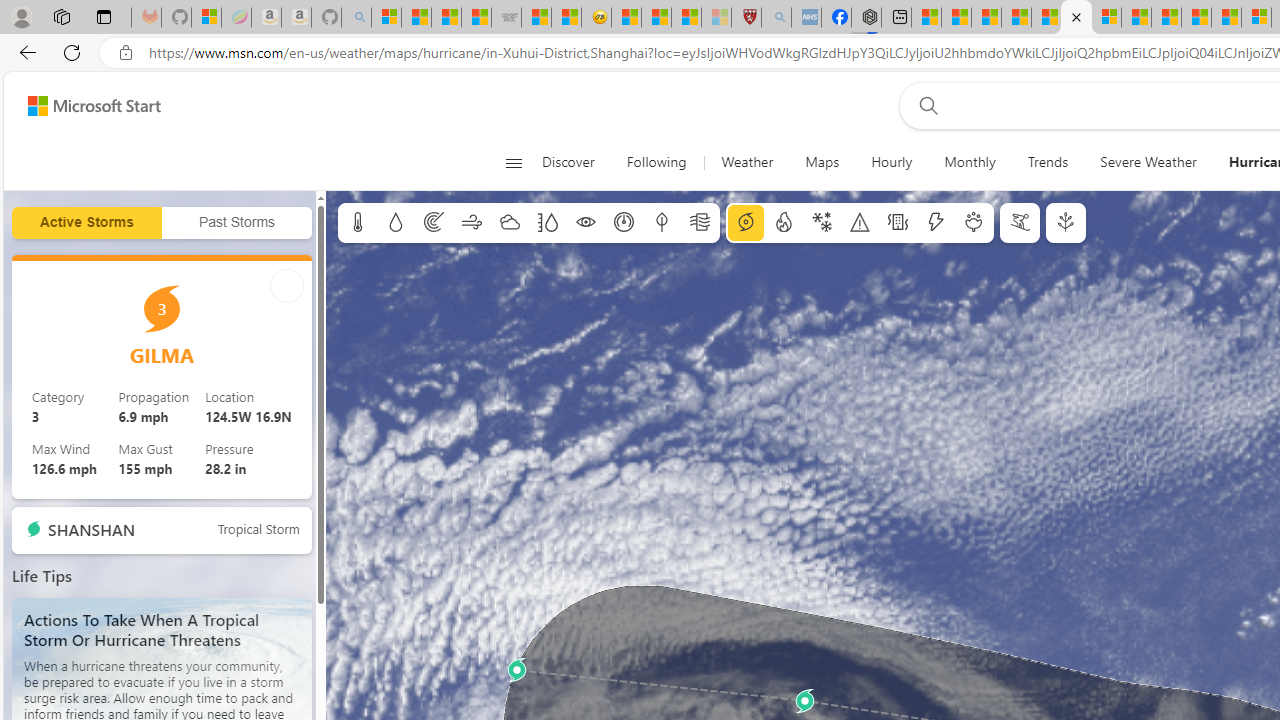 This screenshot has height=720, width=1280. What do you see at coordinates (970, 162) in the screenshot?
I see `'Monthly'` at bounding box center [970, 162].